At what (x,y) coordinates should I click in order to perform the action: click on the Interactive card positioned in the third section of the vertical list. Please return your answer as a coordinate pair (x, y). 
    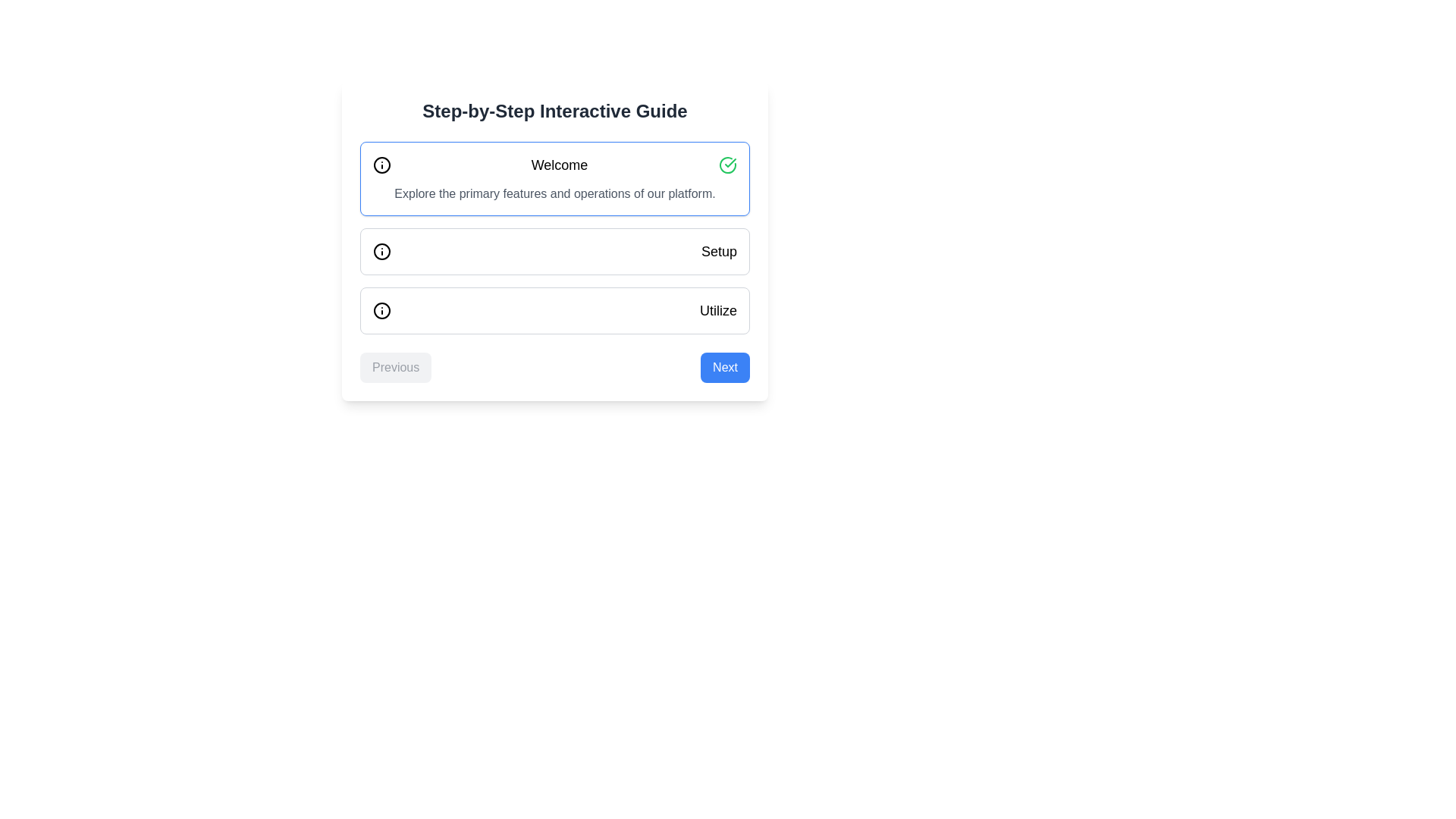
    Looking at the image, I should click on (554, 309).